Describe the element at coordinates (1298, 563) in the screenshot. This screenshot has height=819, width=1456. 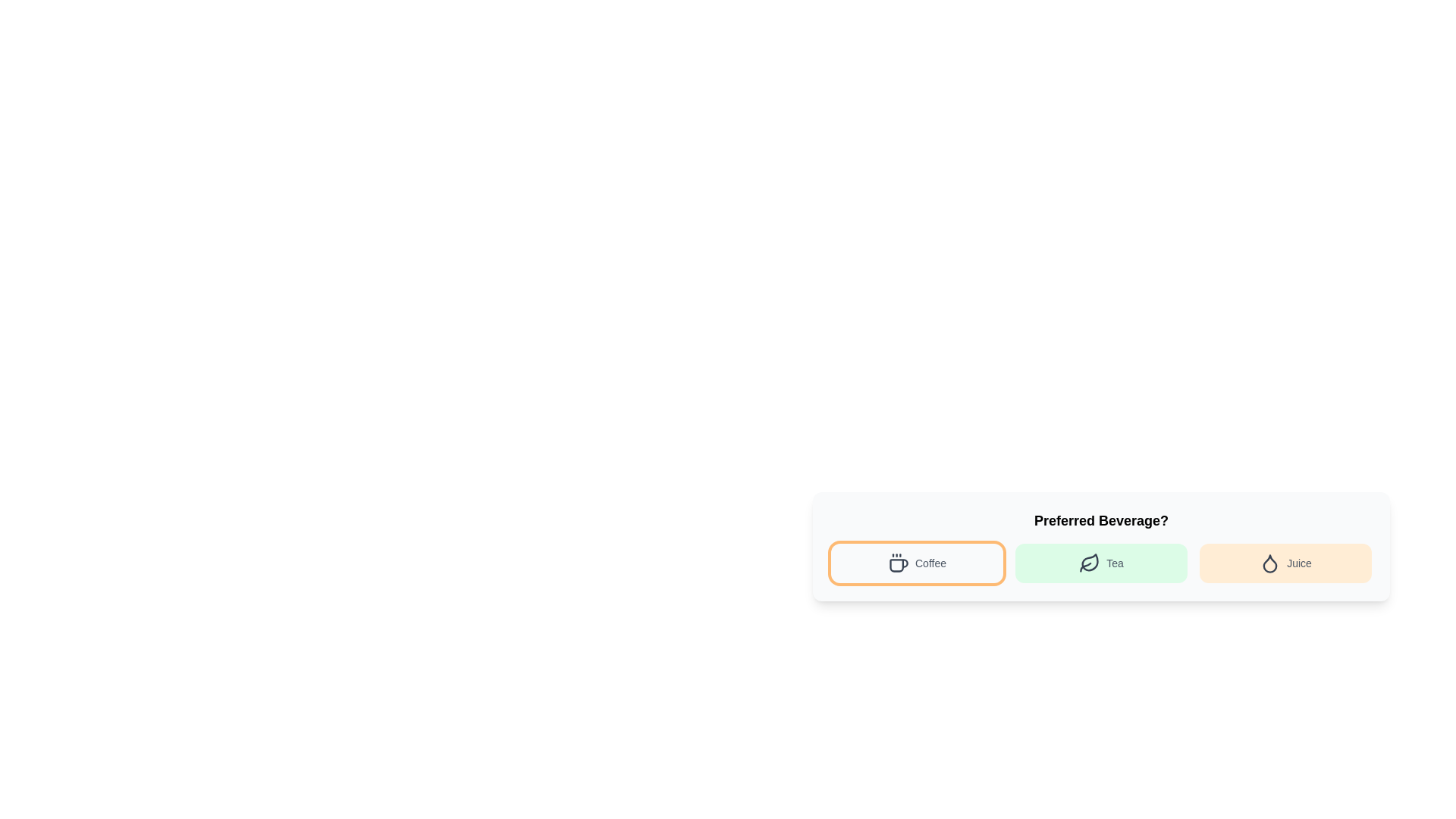
I see `the text label displaying 'Juice' to highlight it and display additional information` at that location.